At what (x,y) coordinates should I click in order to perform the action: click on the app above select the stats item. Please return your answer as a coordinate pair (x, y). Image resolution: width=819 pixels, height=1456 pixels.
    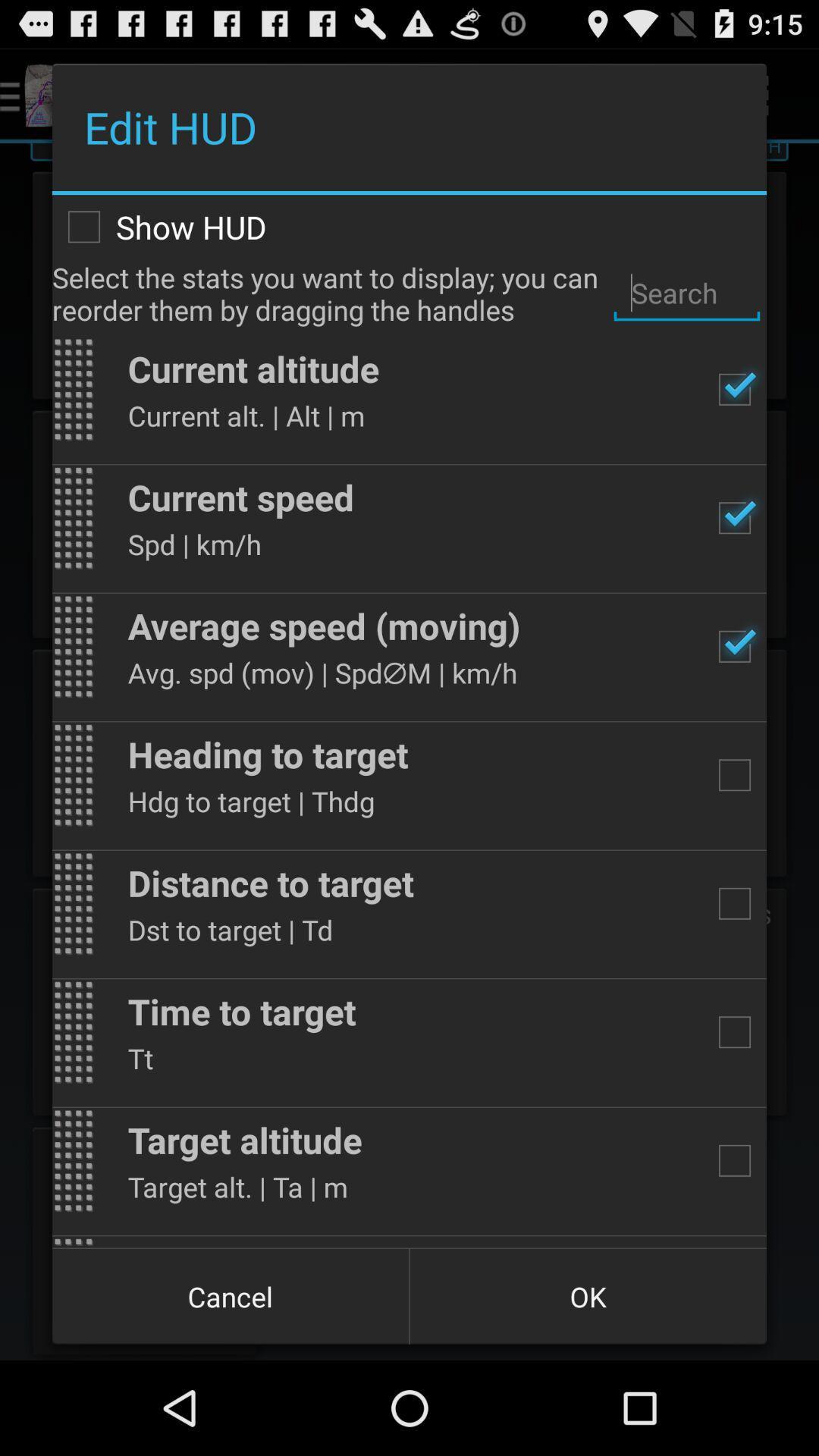
    Looking at the image, I should click on (409, 226).